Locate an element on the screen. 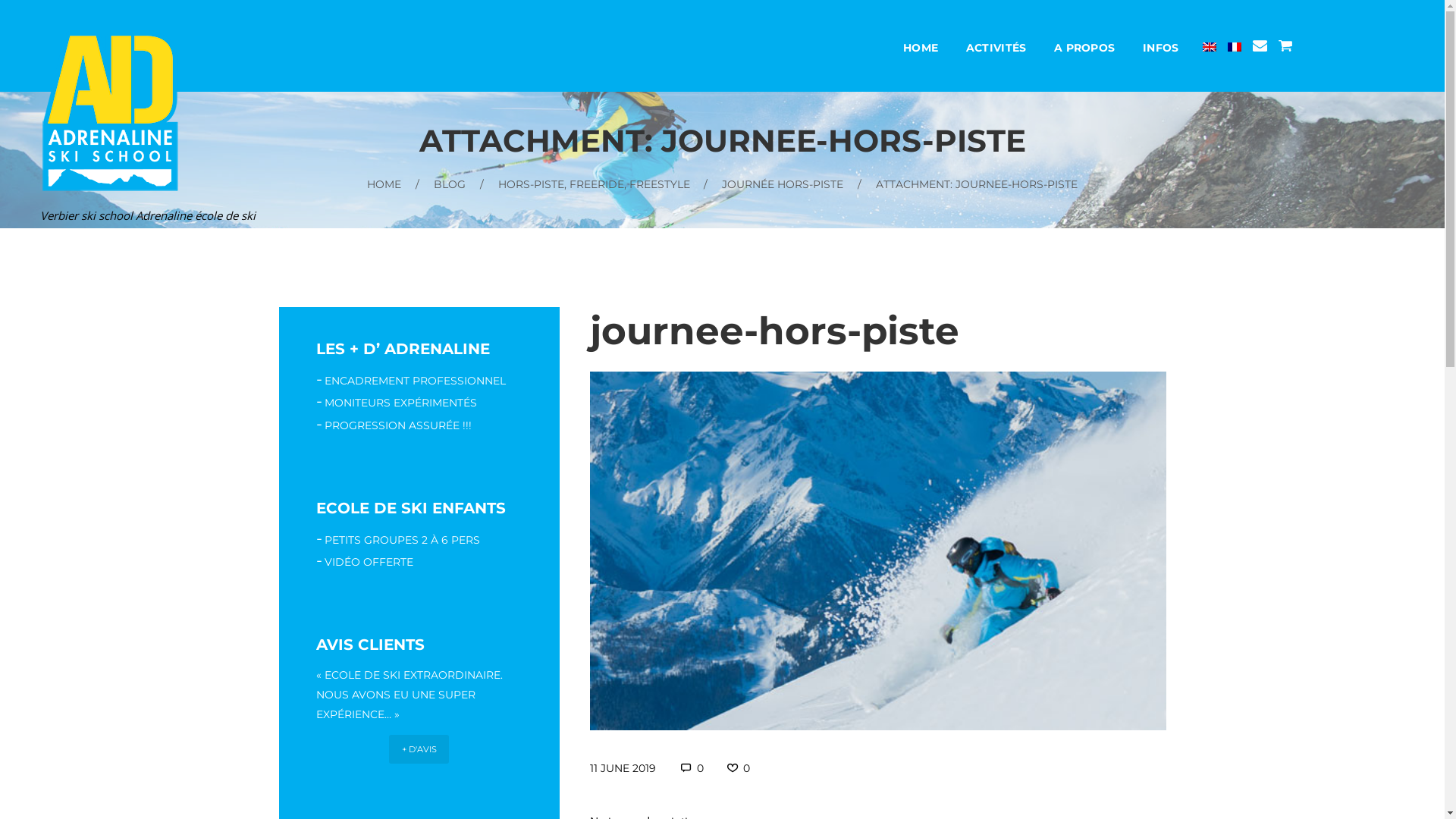 This screenshot has height=819, width=1456. 'A PROPOS' is located at coordinates (1040, 49).